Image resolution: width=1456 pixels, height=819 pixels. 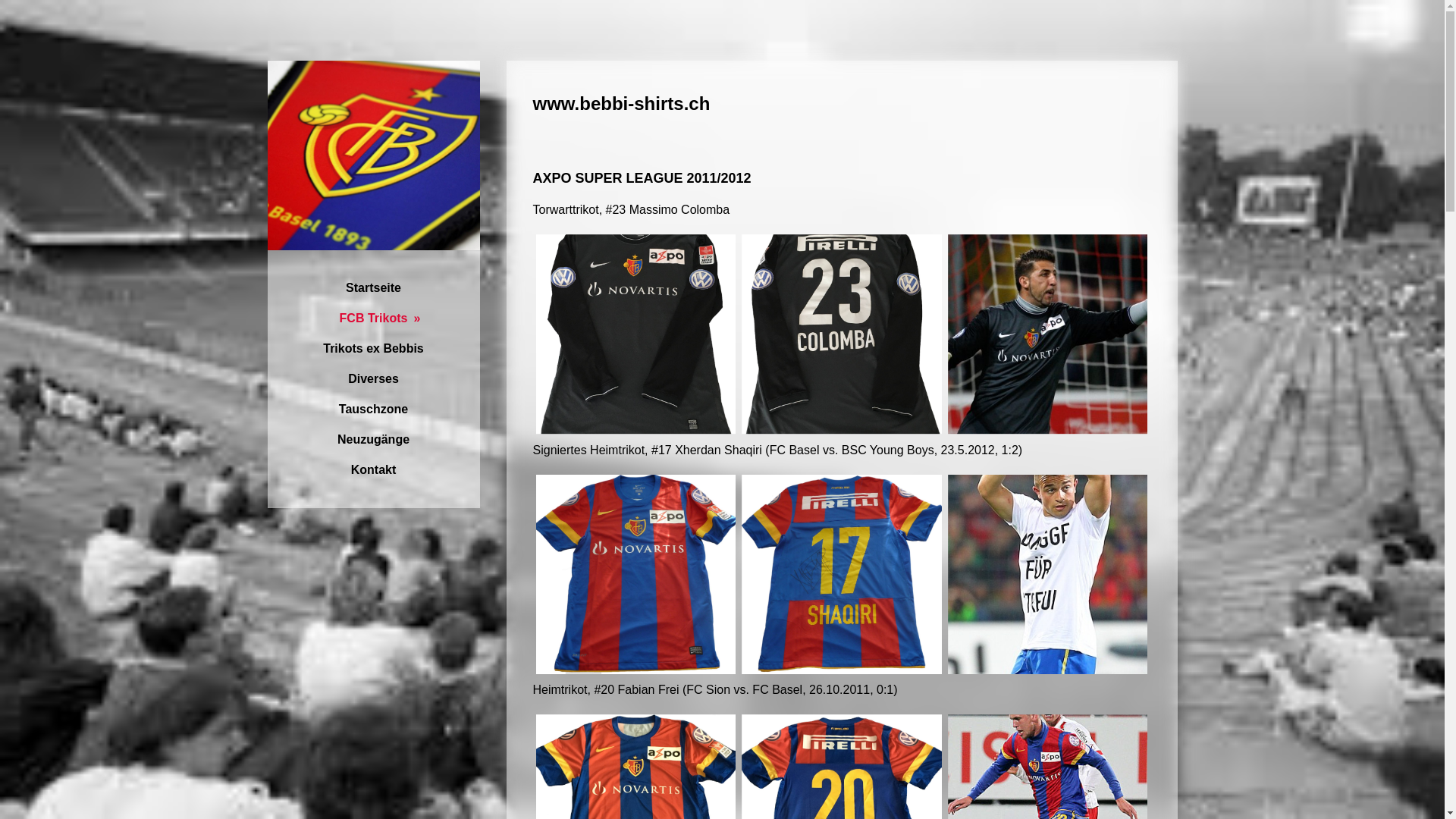 I want to click on 'Diverses', so click(x=372, y=378).